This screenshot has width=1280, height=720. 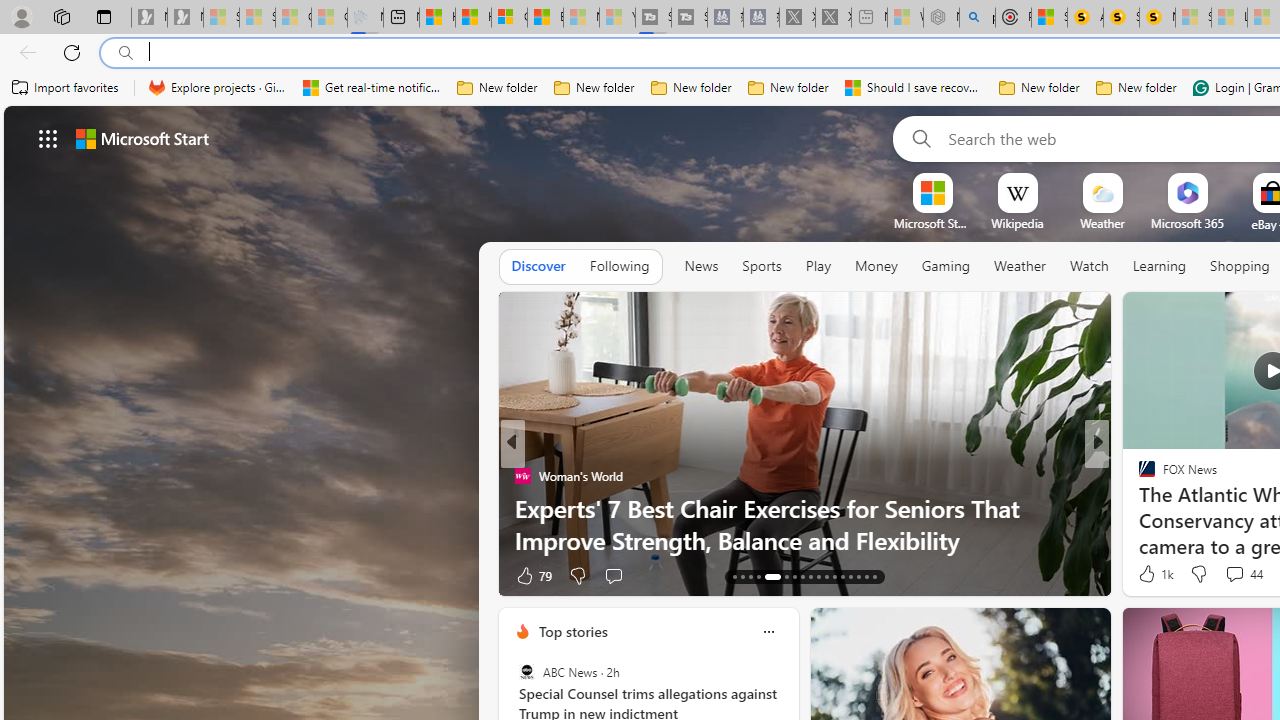 I want to click on 'Newsletter Sign Up - Sleeping', so click(x=185, y=17).